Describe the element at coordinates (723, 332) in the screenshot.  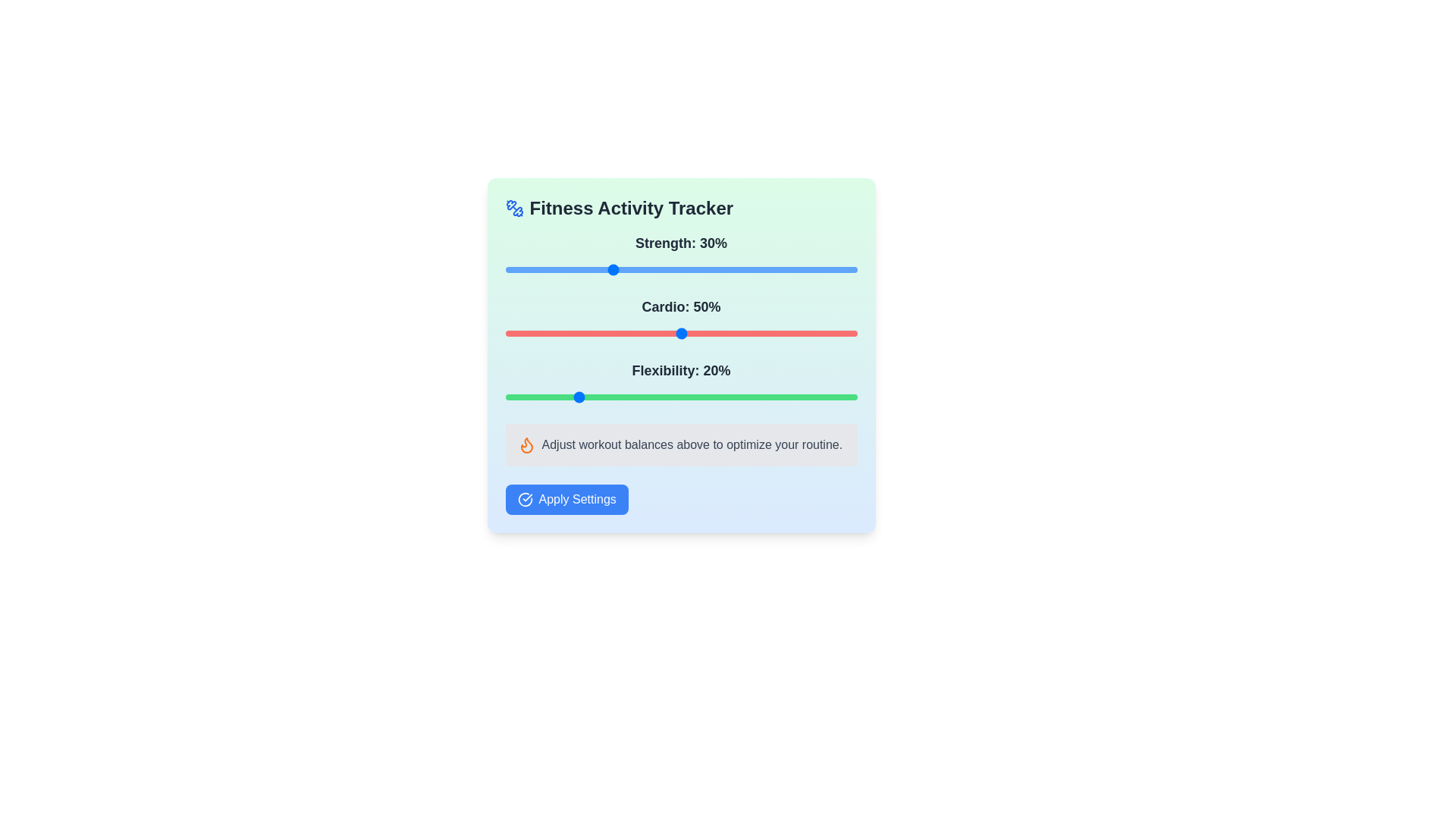
I see `the Cardio slider` at that location.